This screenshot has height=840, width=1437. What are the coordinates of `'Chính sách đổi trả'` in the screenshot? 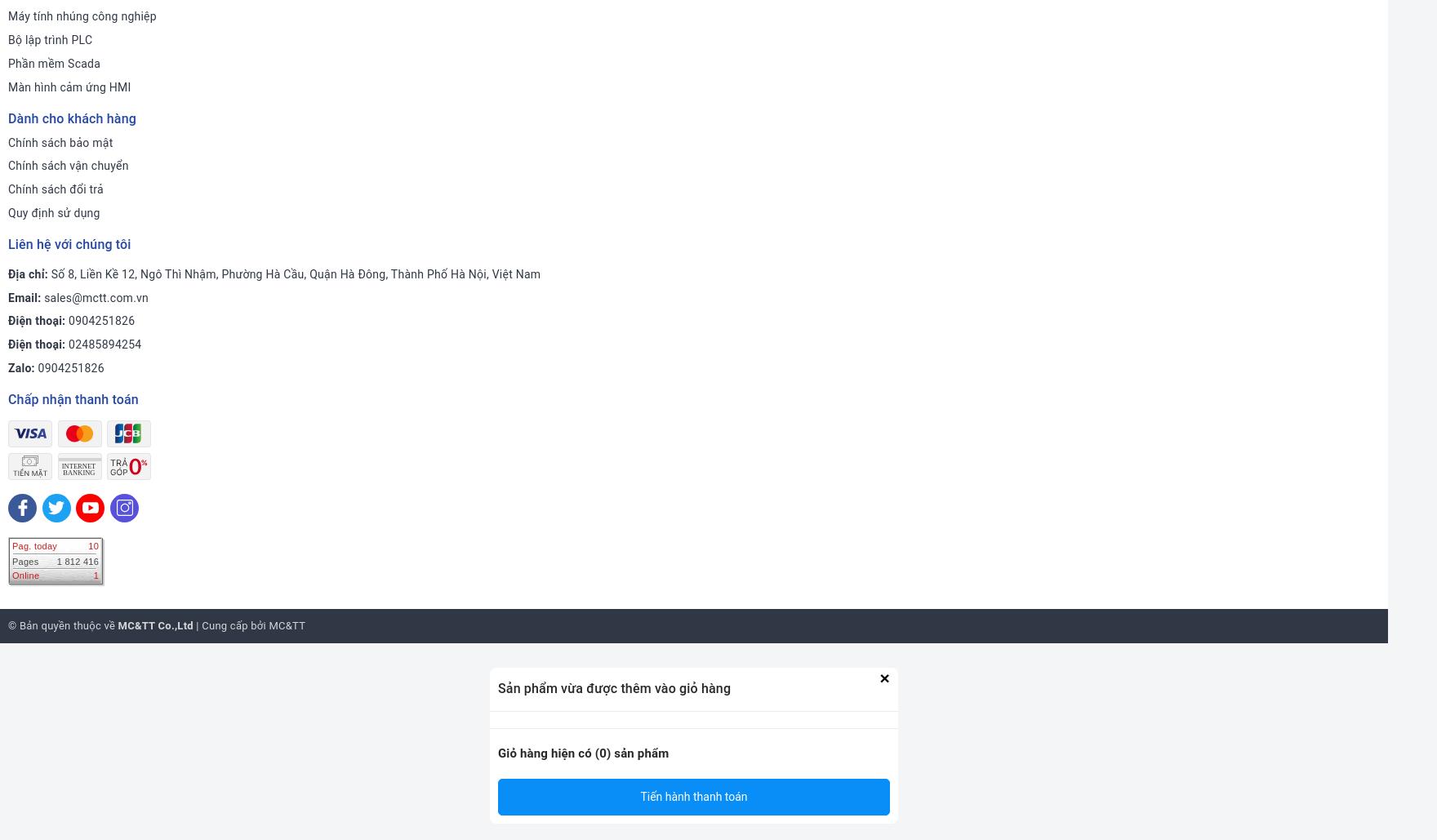 It's located at (55, 189).